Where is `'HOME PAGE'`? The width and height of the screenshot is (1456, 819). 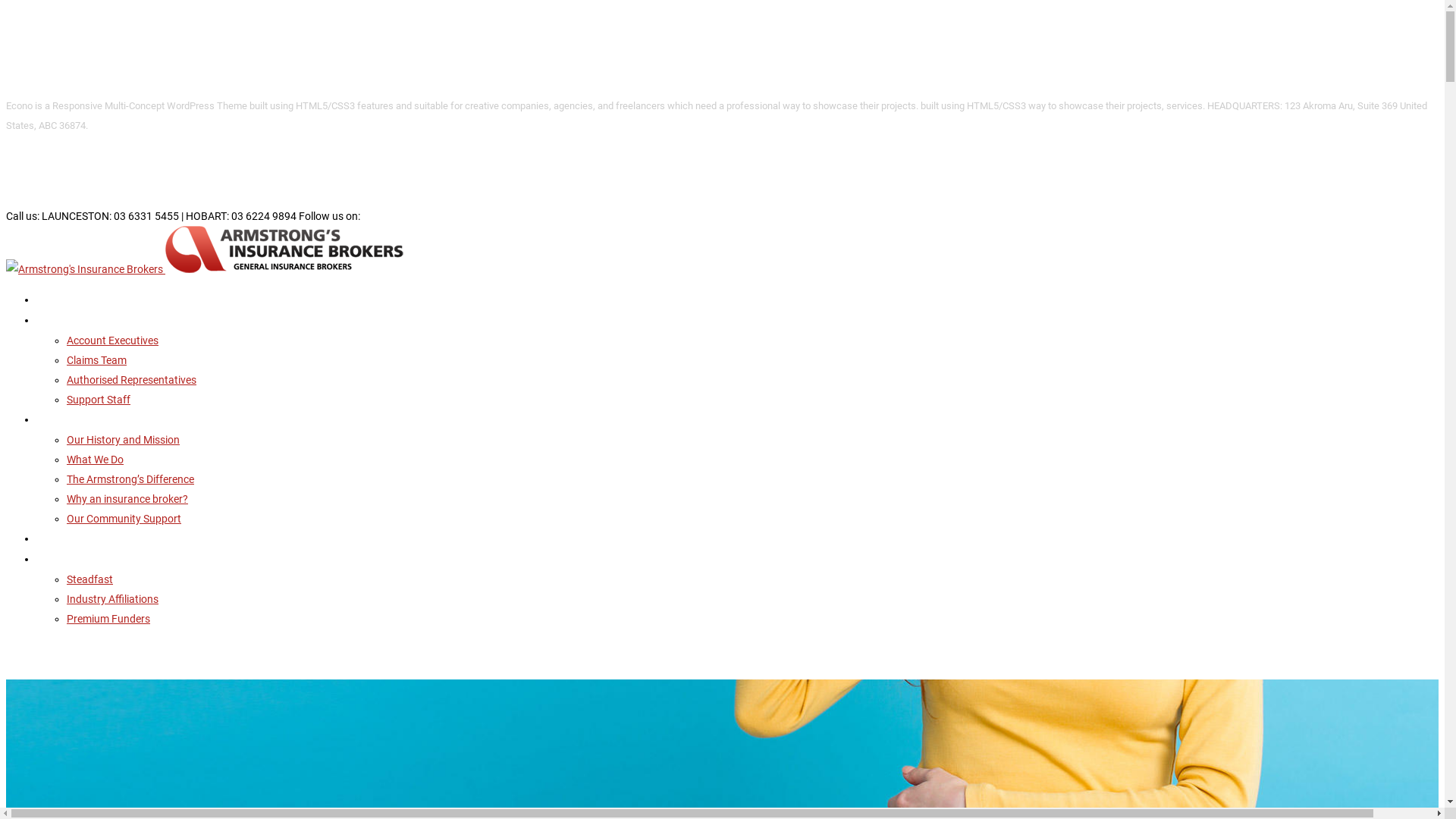
'HOME PAGE' is located at coordinates (62, 300).